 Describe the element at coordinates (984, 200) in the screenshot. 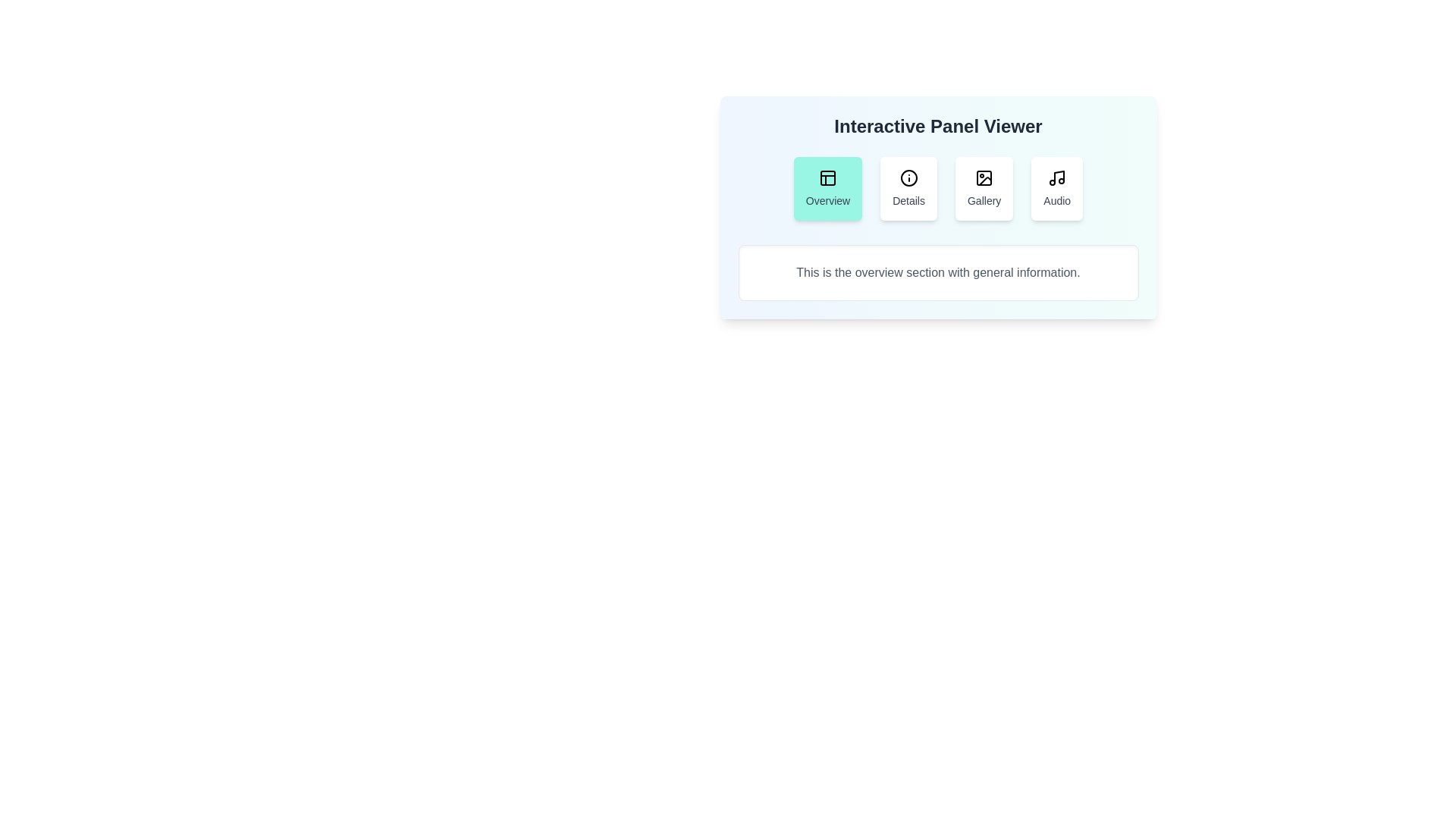

I see `the 'Gallery' text label, which is styled in gray and located below the gallery image icon within a card-like interactive button in the top-center of the interface` at that location.